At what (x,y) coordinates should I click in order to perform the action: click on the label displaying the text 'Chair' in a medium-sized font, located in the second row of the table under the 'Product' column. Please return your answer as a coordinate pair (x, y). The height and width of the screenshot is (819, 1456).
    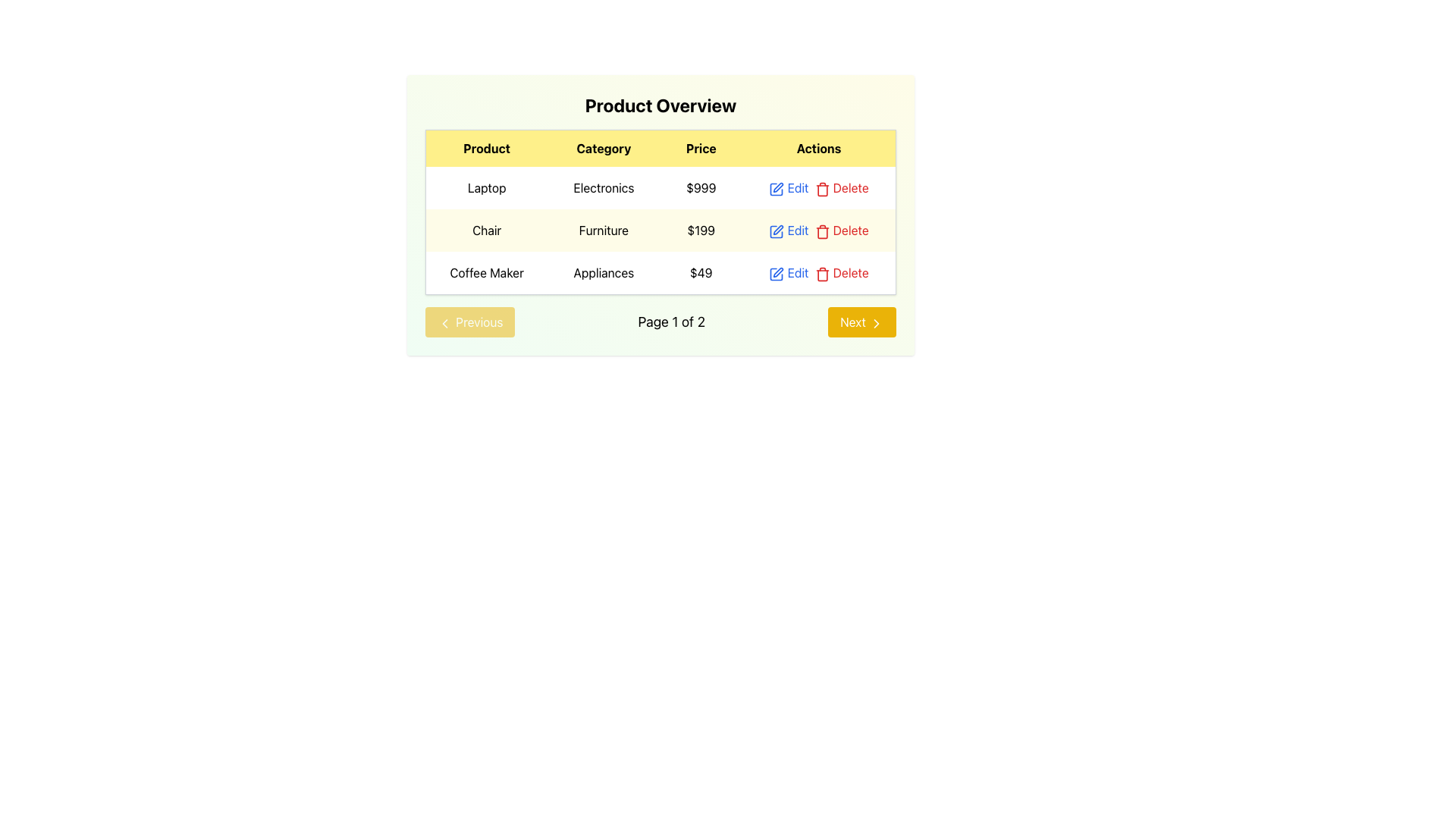
    Looking at the image, I should click on (486, 231).